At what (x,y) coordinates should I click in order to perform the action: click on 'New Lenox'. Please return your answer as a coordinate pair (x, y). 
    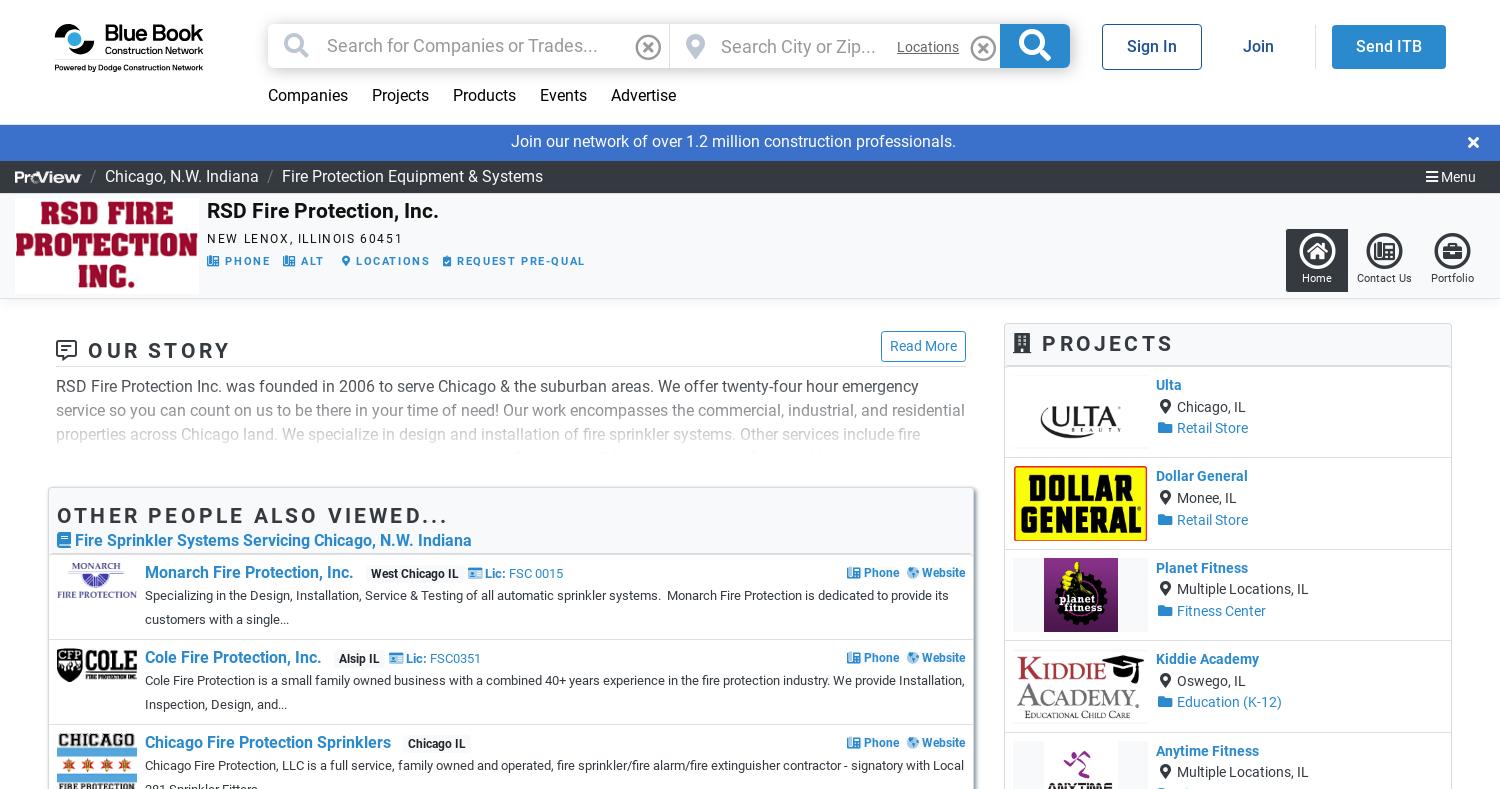
    Looking at the image, I should click on (246, 238).